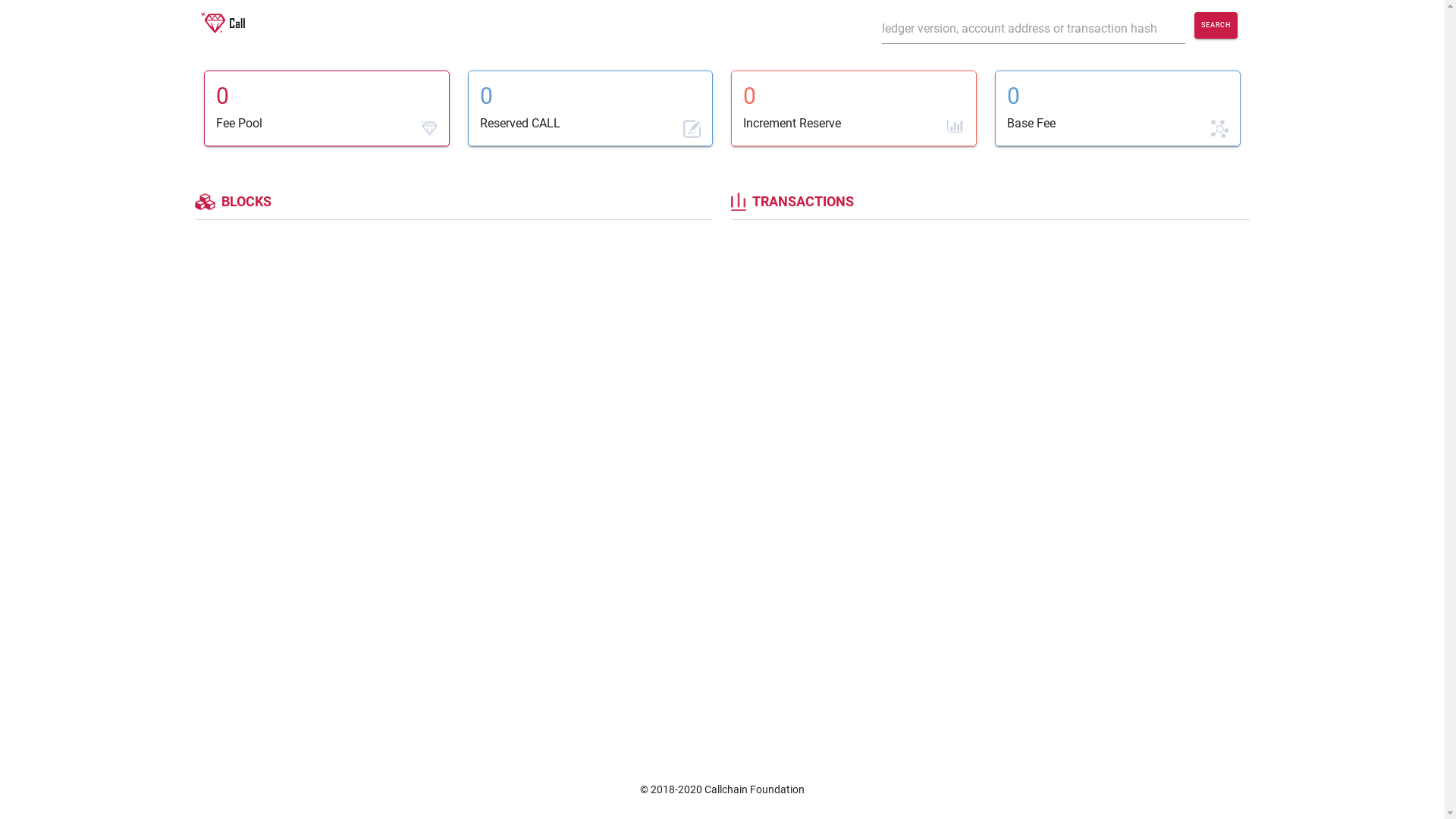 Image resolution: width=1456 pixels, height=819 pixels. What do you see at coordinates (1193, 25) in the screenshot?
I see `'SEARCH'` at bounding box center [1193, 25].